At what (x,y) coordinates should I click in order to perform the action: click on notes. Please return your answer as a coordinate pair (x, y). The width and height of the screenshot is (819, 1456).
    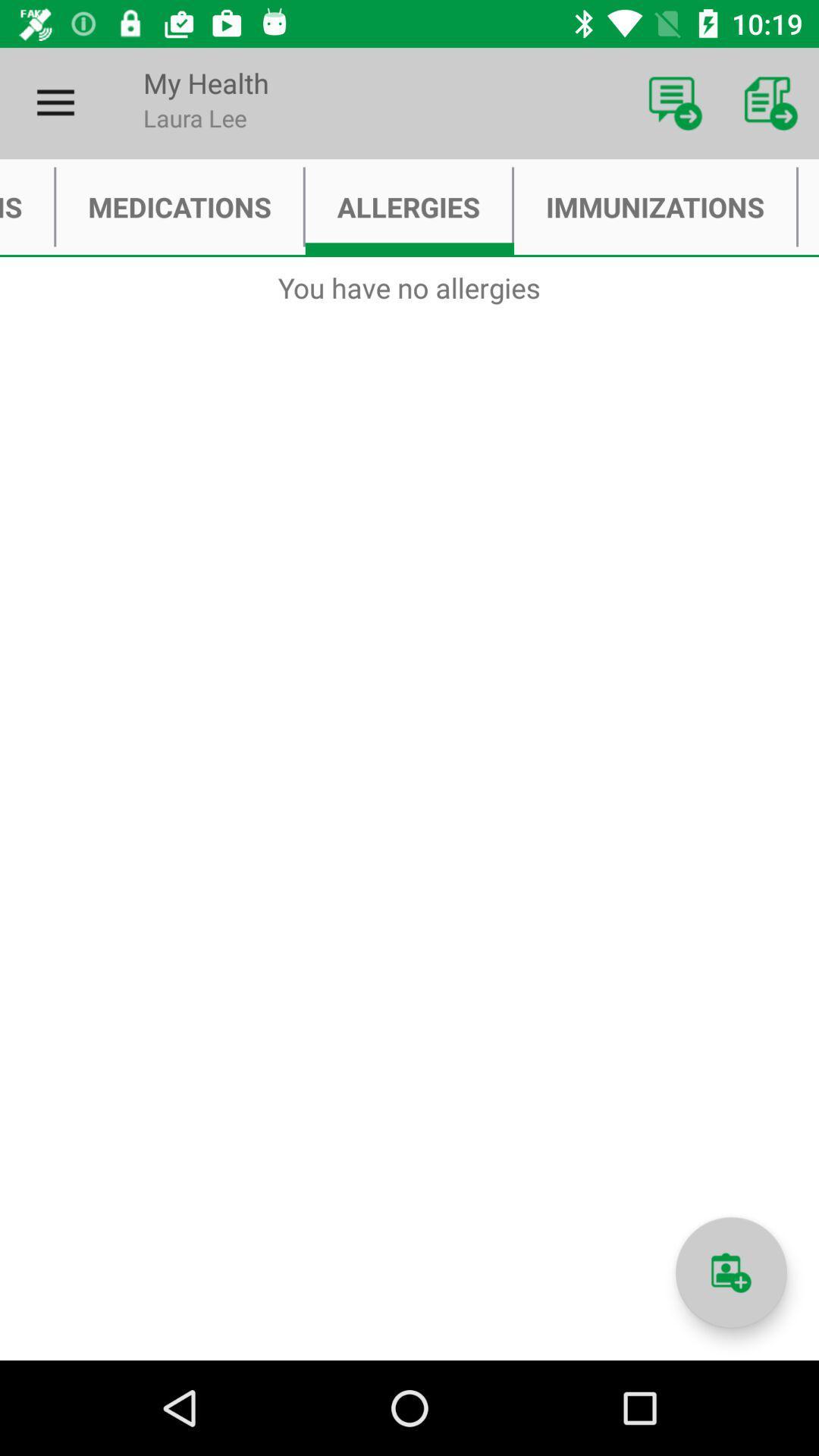
    Looking at the image, I should click on (730, 1272).